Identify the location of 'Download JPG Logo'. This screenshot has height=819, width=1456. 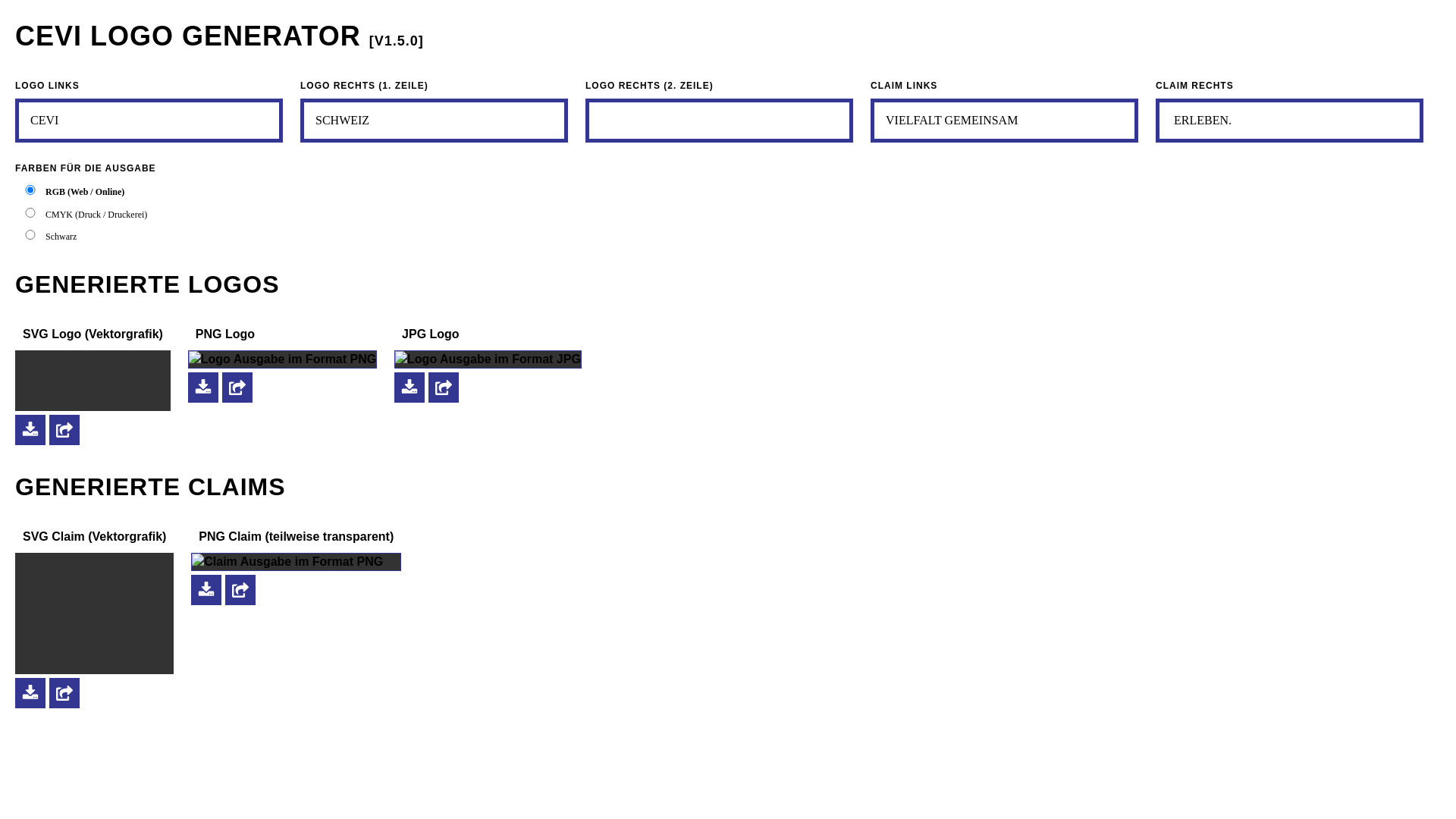
(409, 385).